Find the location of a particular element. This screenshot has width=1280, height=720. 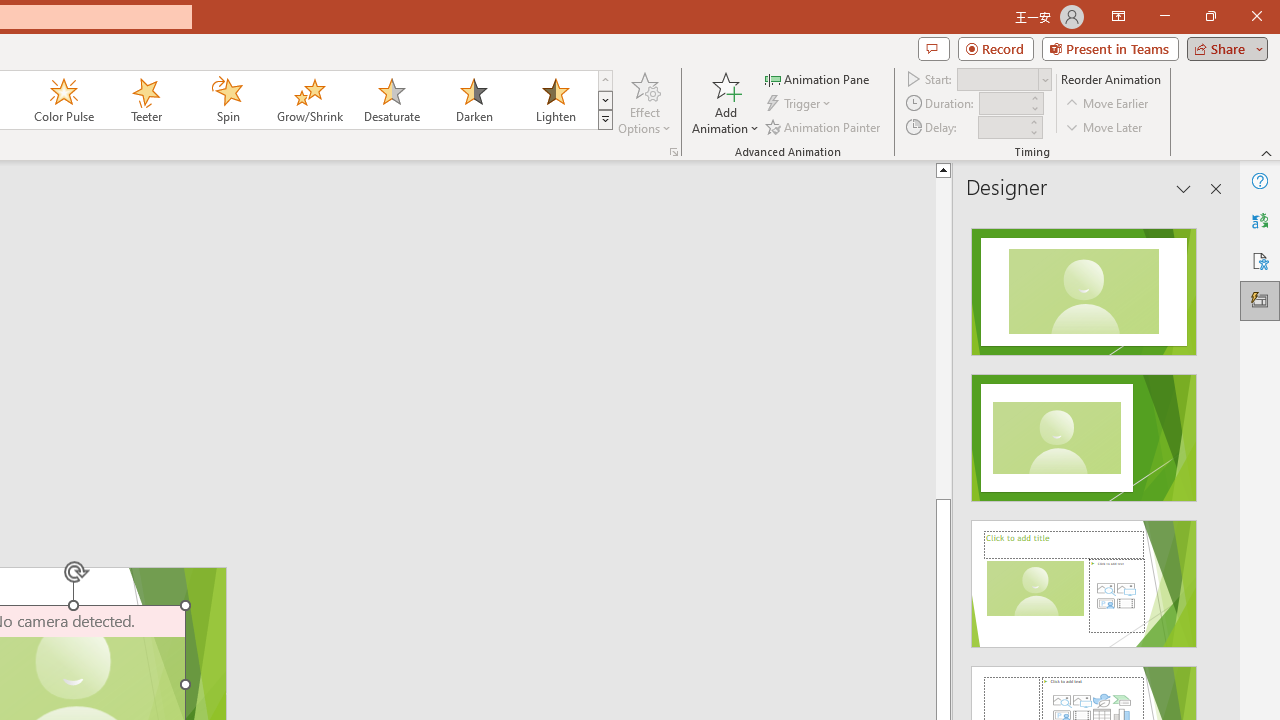

'Color Pulse' is located at coordinates (64, 100).